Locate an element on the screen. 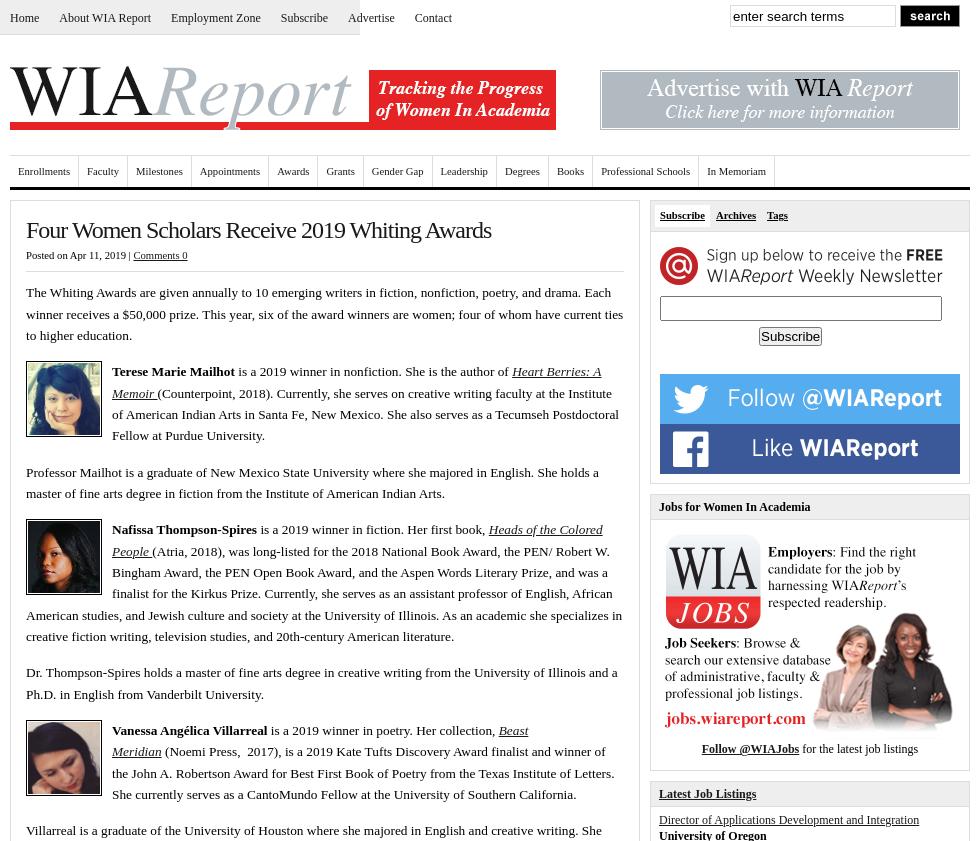 The image size is (980, 841). 'Posted on Apr 11, 2019 |' is located at coordinates (79, 254).